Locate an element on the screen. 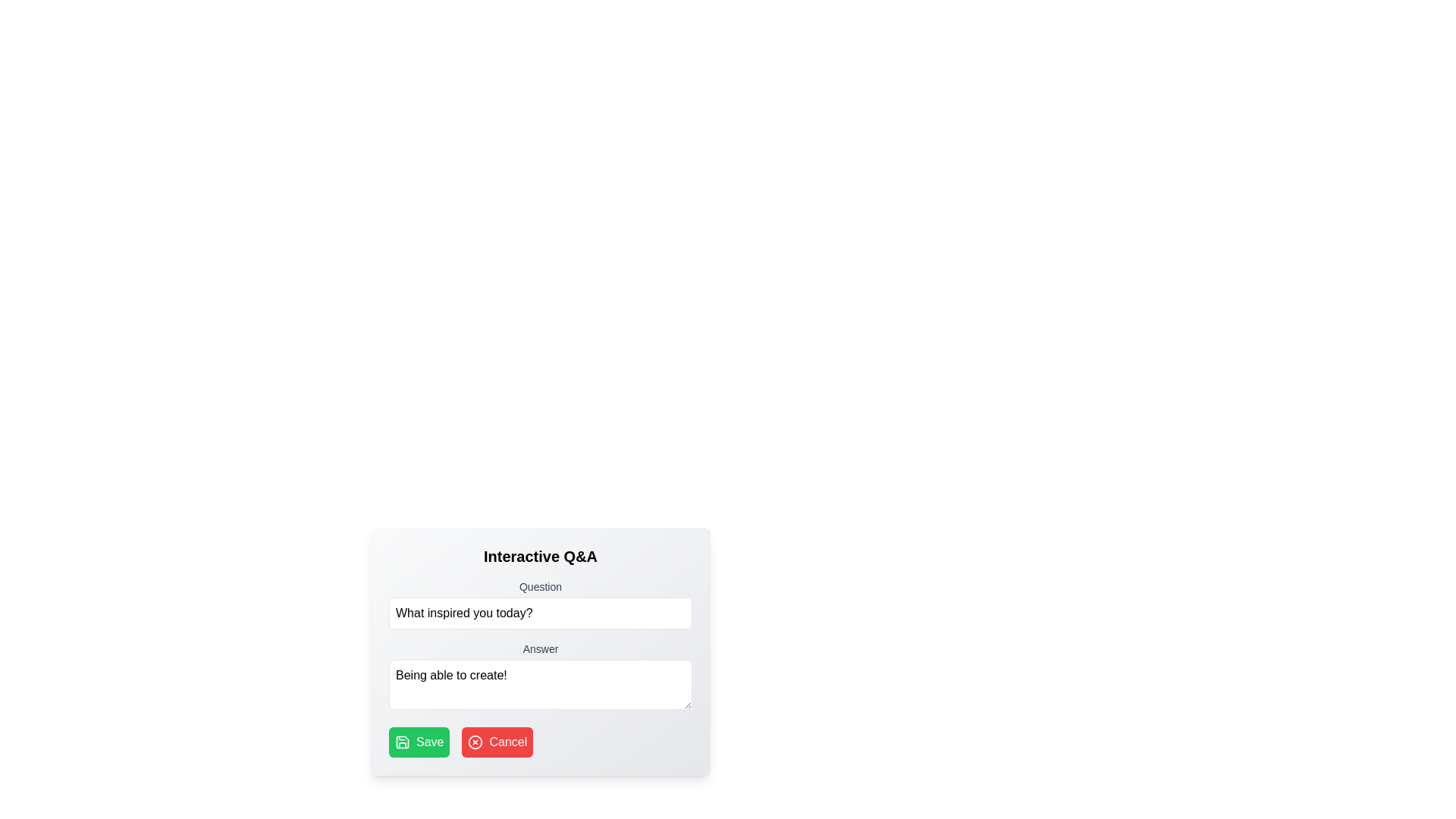 The width and height of the screenshot is (1456, 819). the green save icon (floppy disk shape) located to the left within the 'Save' button is located at coordinates (403, 742).